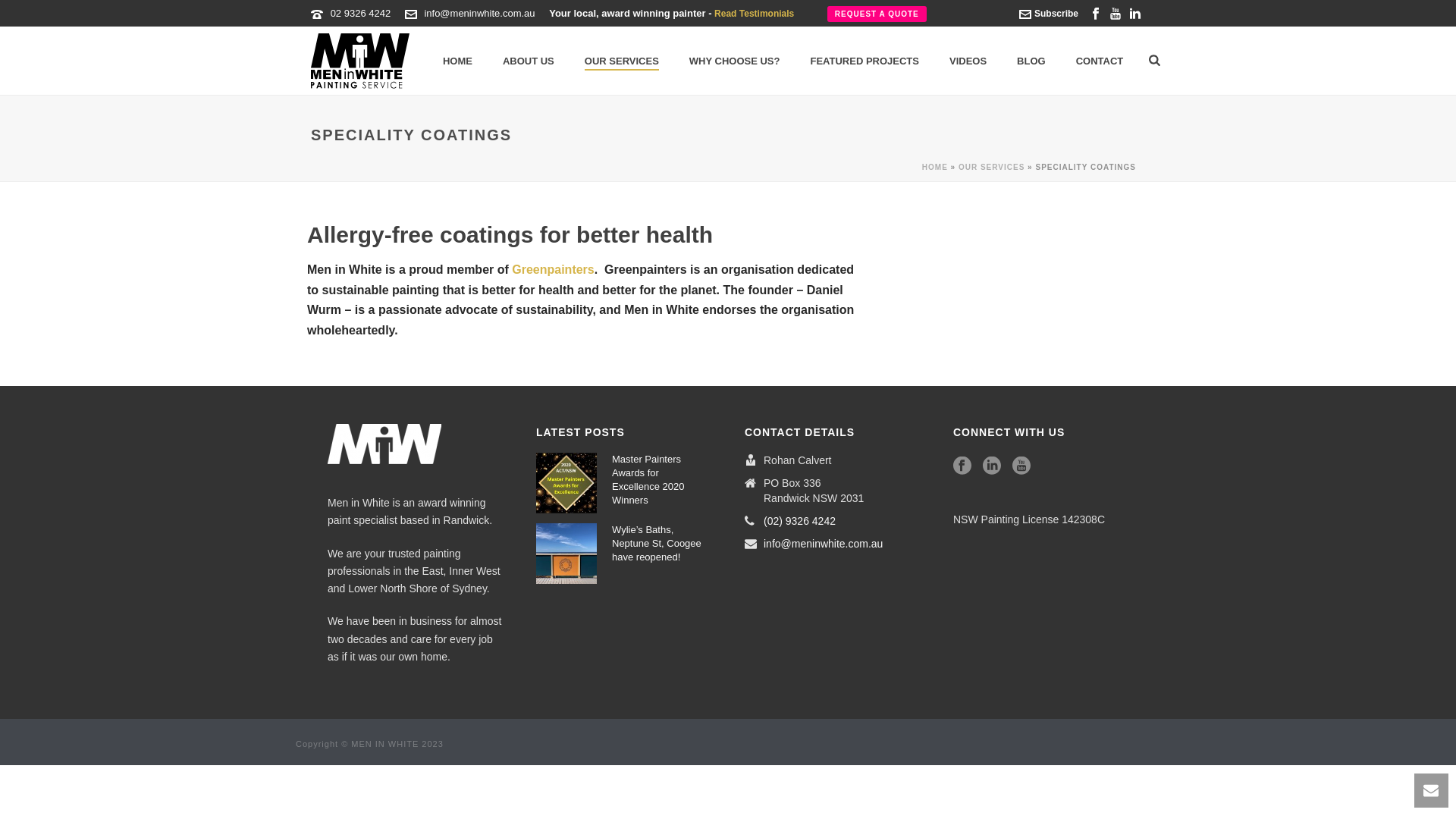 The width and height of the screenshot is (1456, 819). I want to click on 'BLOG', so click(1031, 61).